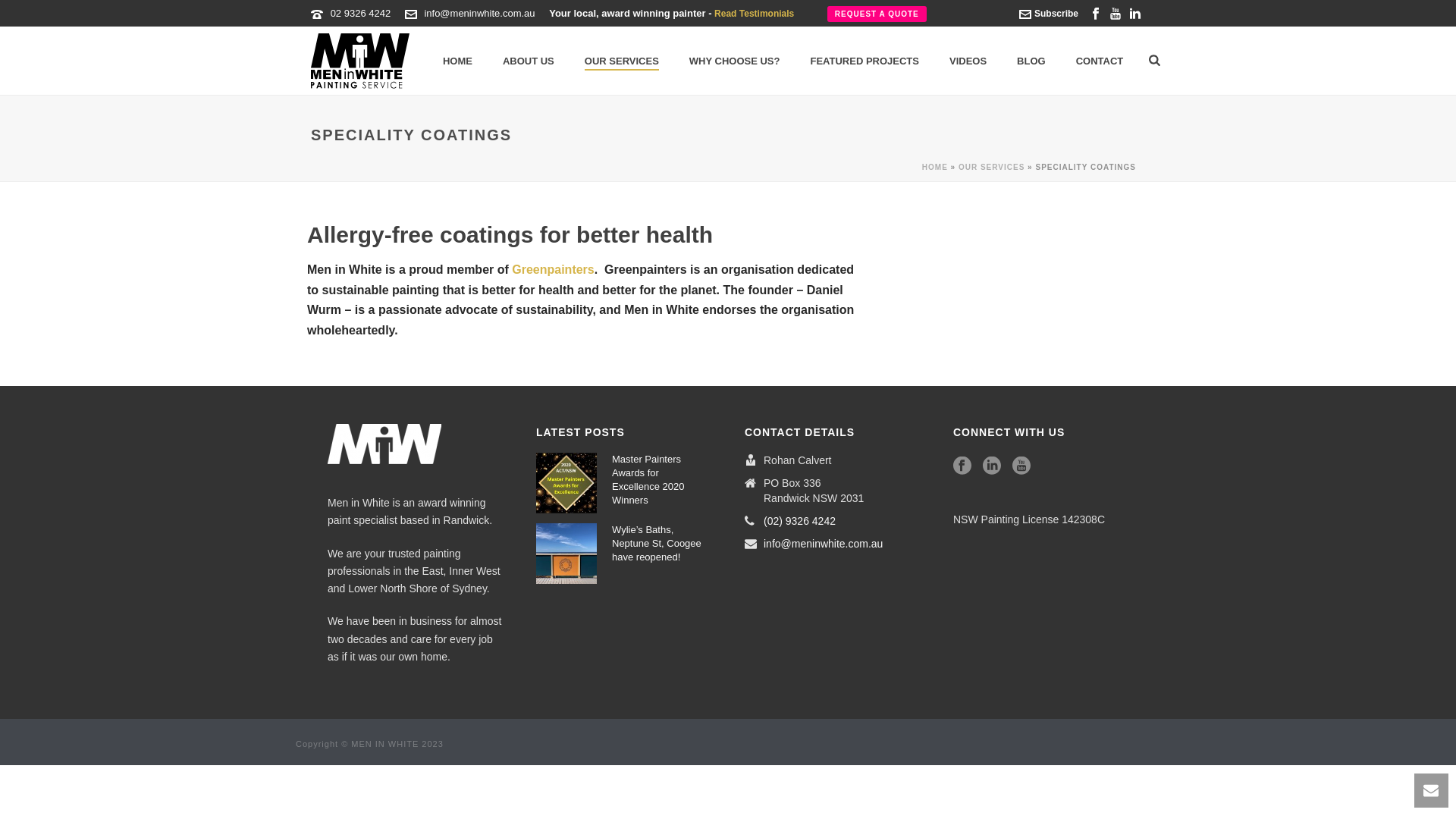 The width and height of the screenshot is (1456, 819). I want to click on 'BLOG', so click(1031, 61).